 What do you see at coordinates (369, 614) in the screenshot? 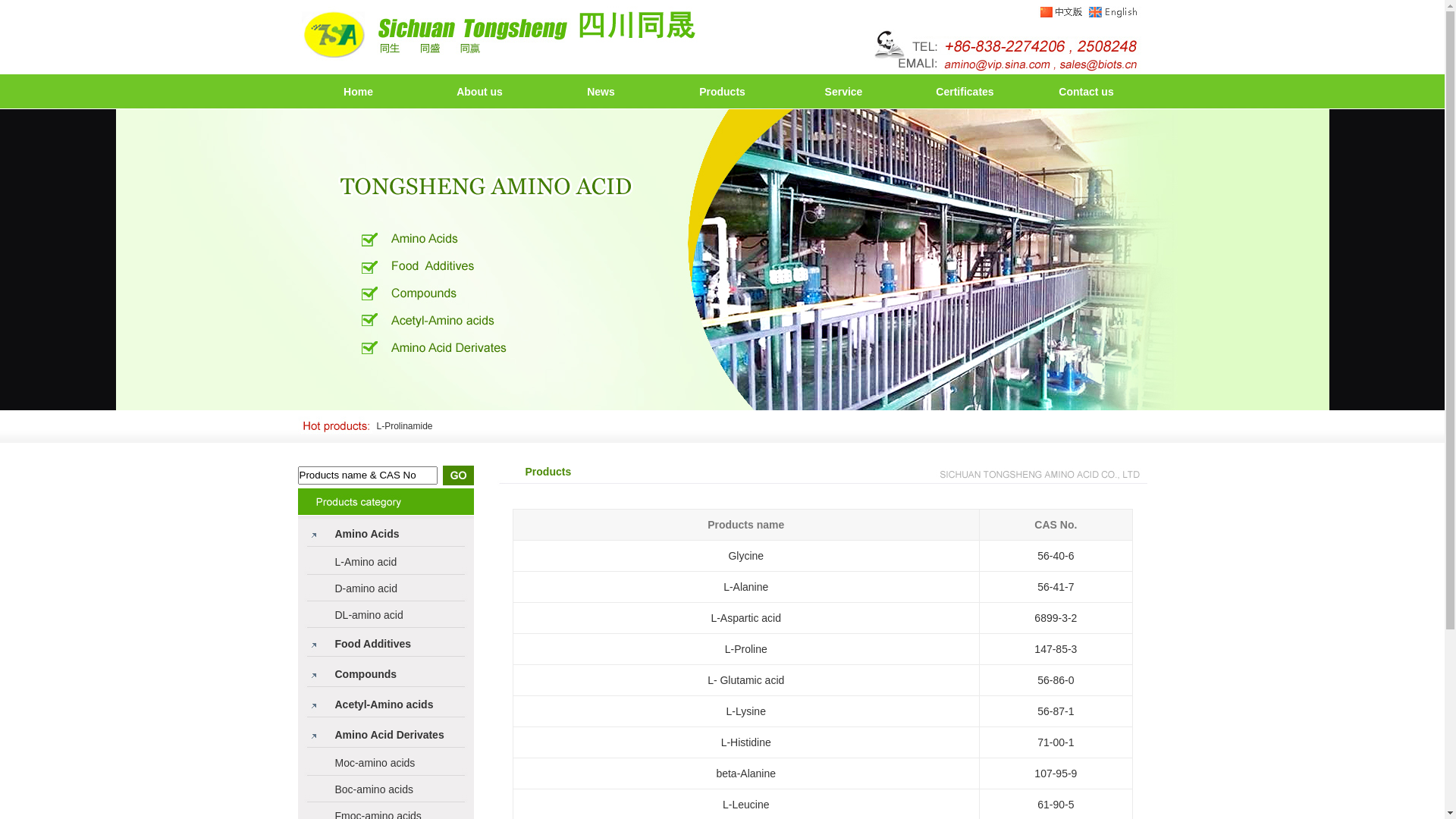
I see `'DL-amino acid'` at bounding box center [369, 614].